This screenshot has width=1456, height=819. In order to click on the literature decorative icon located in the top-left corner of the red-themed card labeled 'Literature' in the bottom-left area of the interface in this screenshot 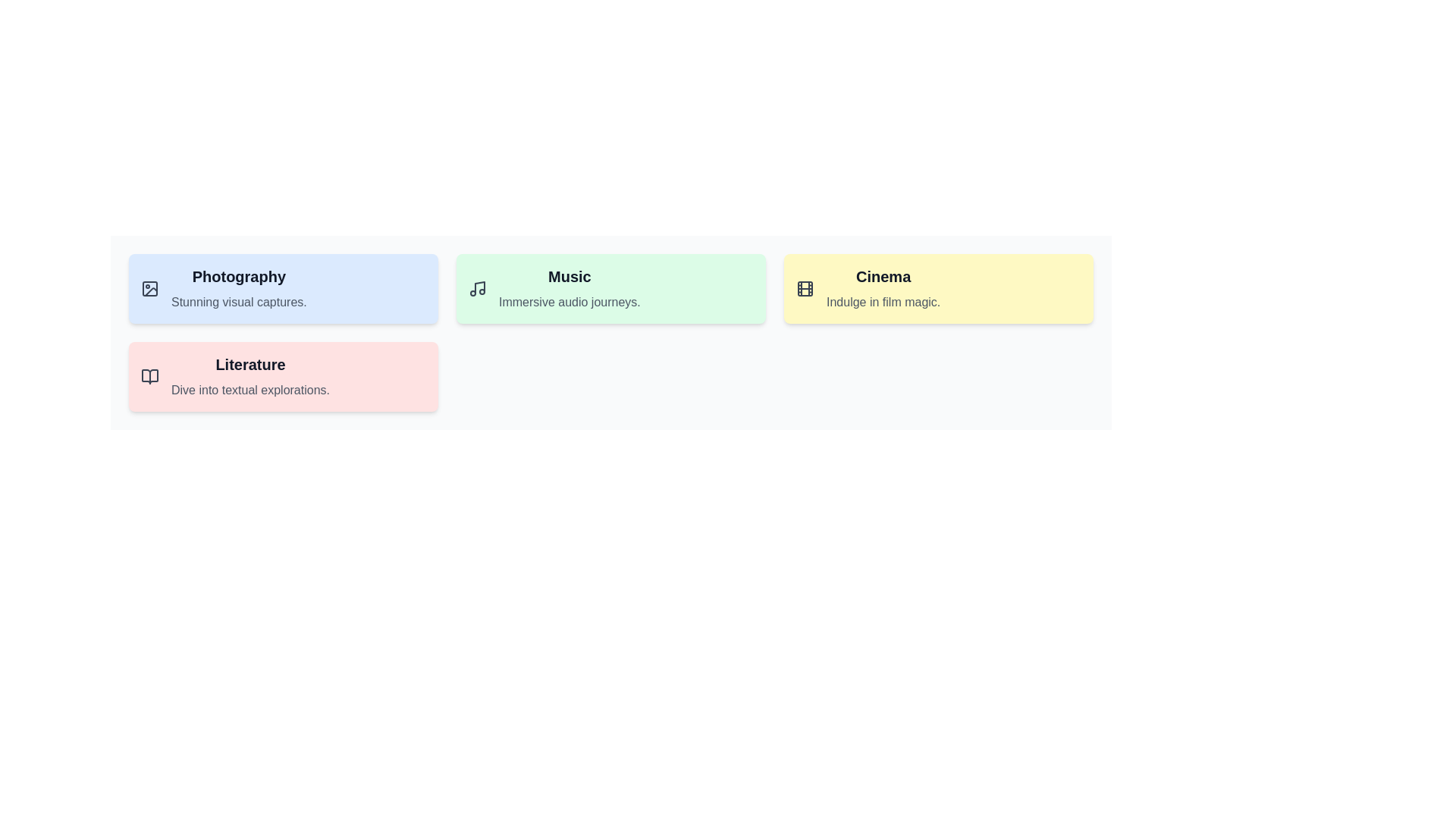, I will do `click(149, 376)`.